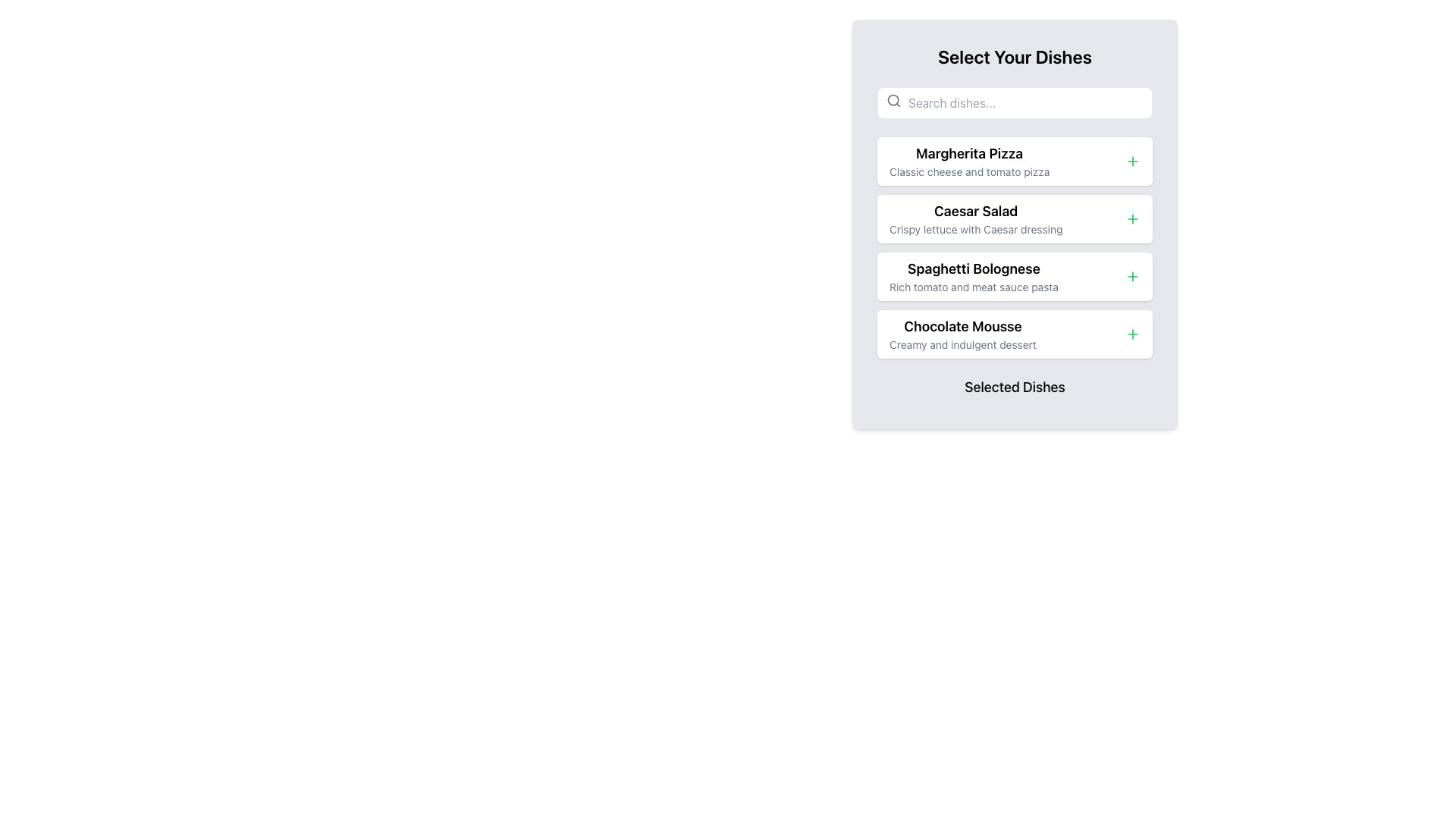  What do you see at coordinates (1132, 277) in the screenshot?
I see `the green-colored cross-shaped icon resembling a plus sign` at bounding box center [1132, 277].